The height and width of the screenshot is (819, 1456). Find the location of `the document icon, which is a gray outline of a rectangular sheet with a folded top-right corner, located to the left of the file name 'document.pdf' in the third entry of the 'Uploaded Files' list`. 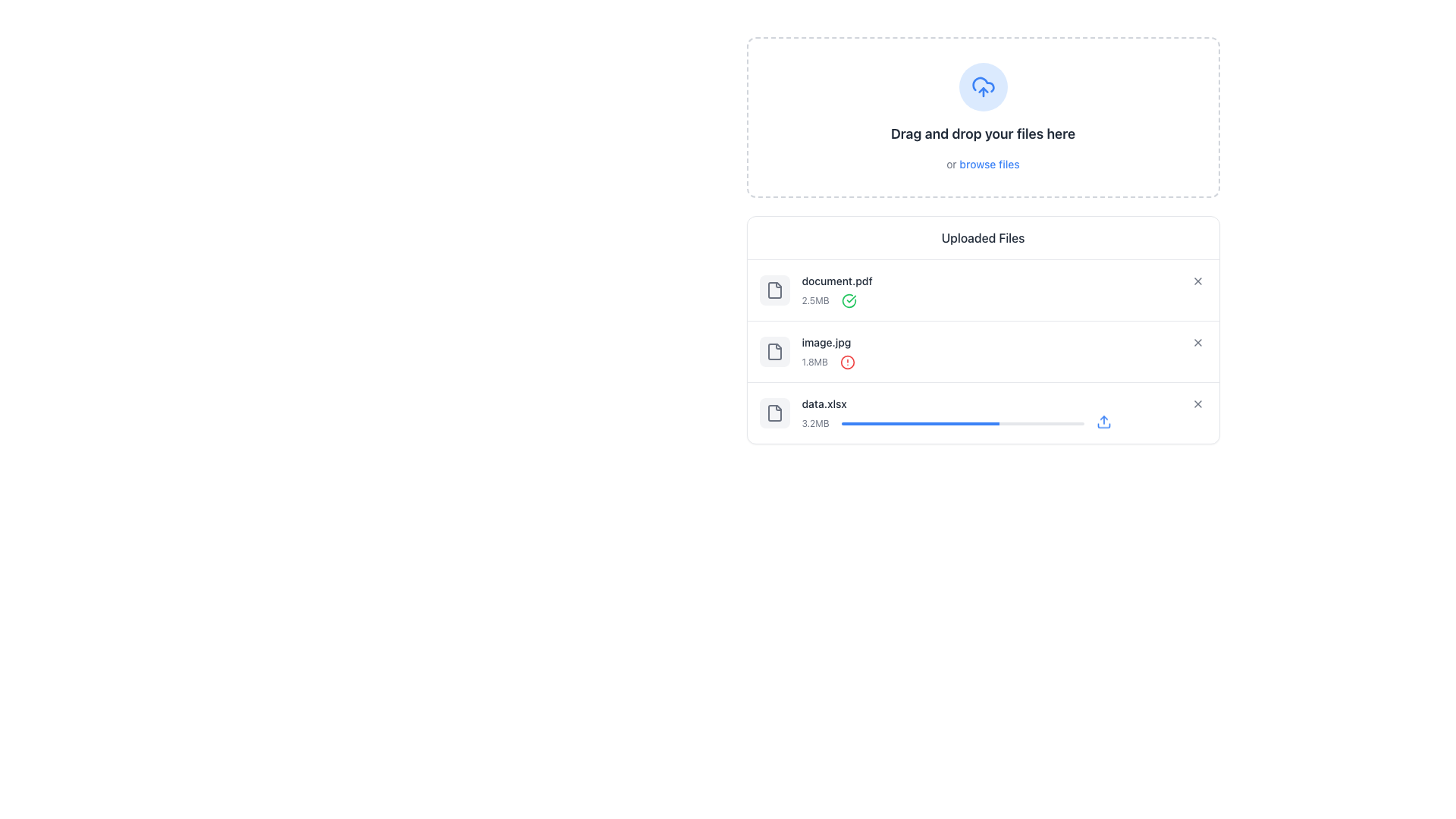

the document icon, which is a gray outline of a rectangular sheet with a folded top-right corner, located to the left of the file name 'document.pdf' in the third entry of the 'Uploaded Files' list is located at coordinates (774, 290).